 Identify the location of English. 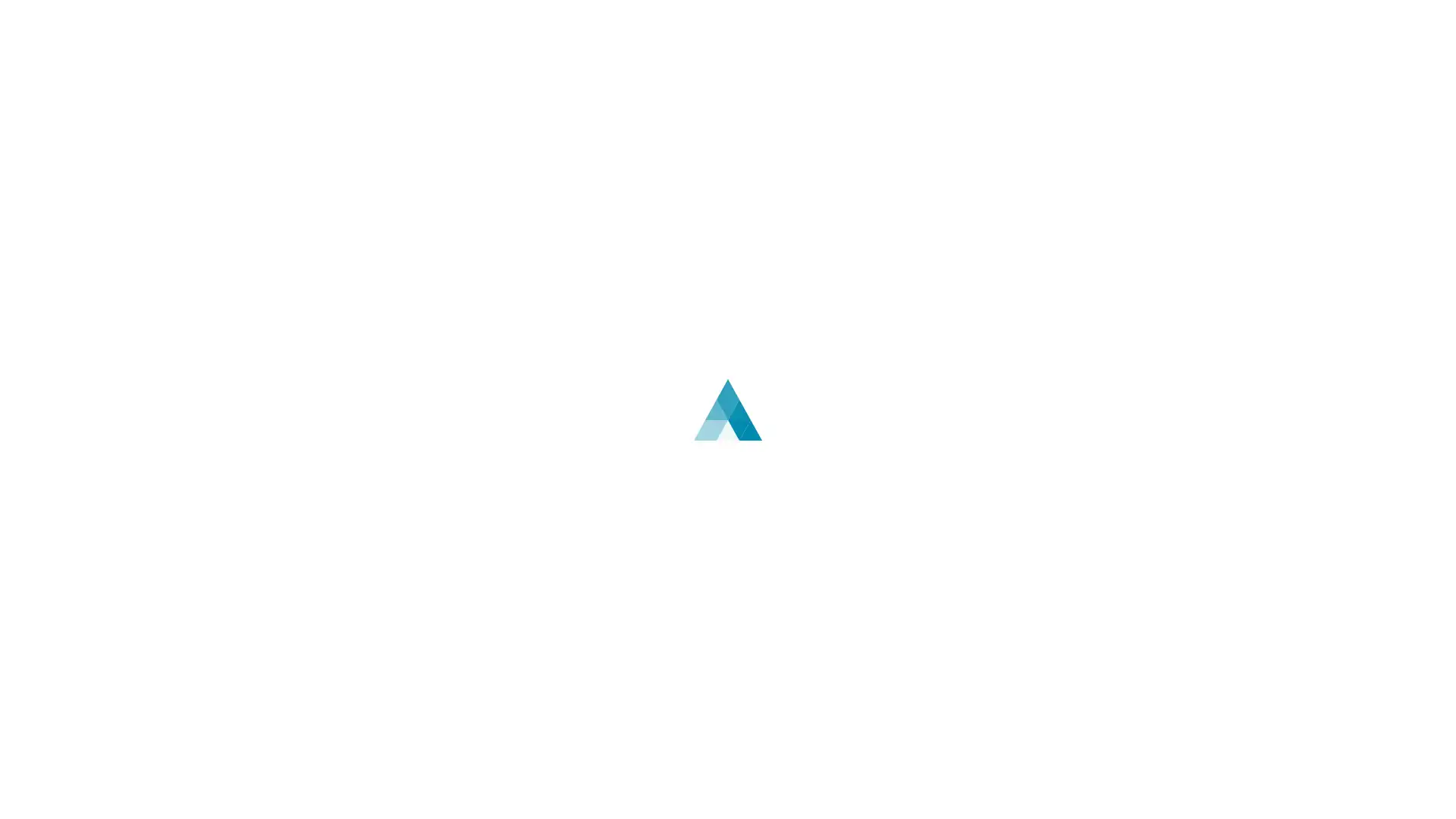
(875, 580).